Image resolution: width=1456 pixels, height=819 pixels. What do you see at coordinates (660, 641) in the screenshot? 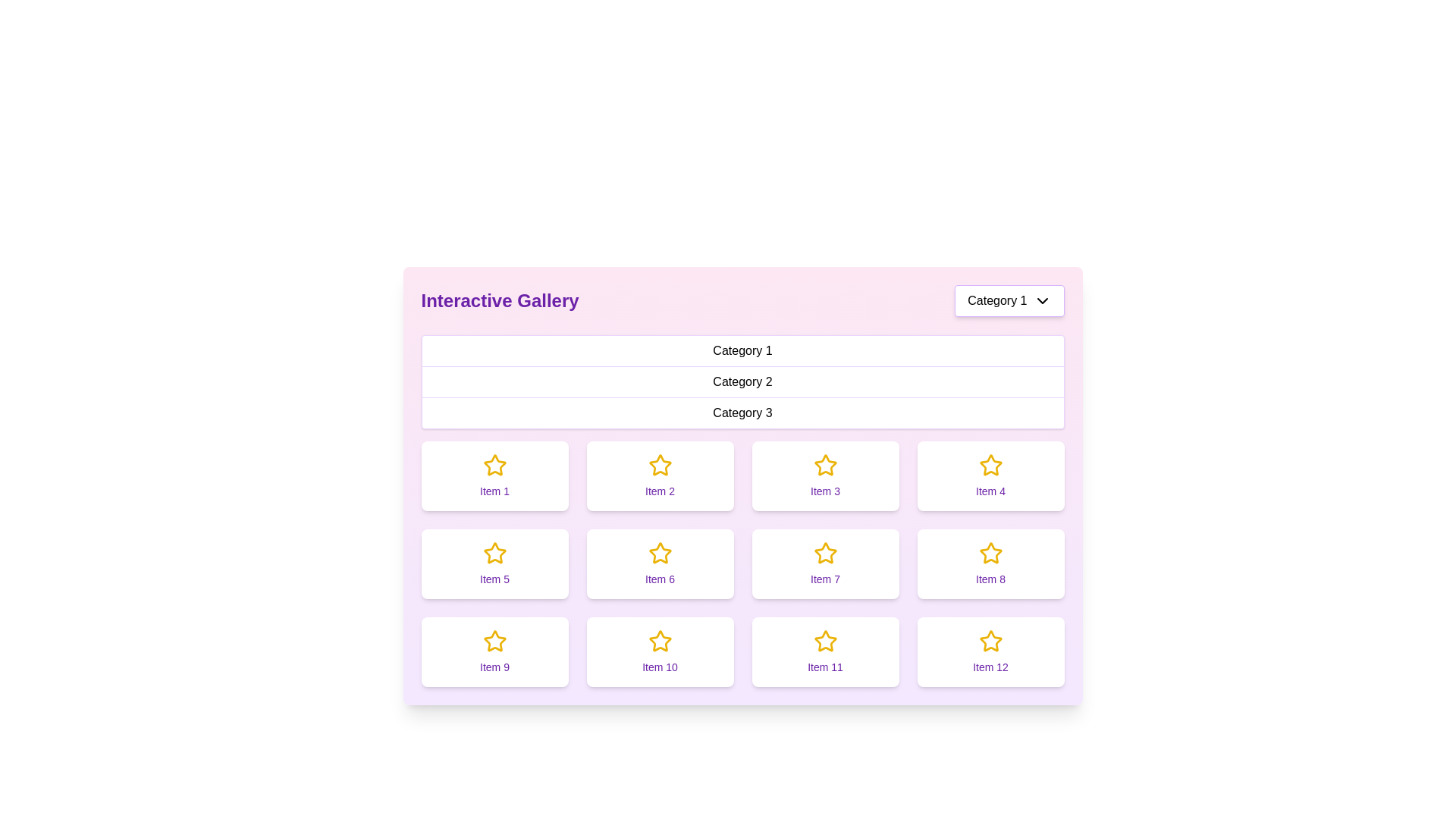
I see `the star icon in the fifth column of the third row, associated with 'Item 10', to rate or mark it` at bounding box center [660, 641].